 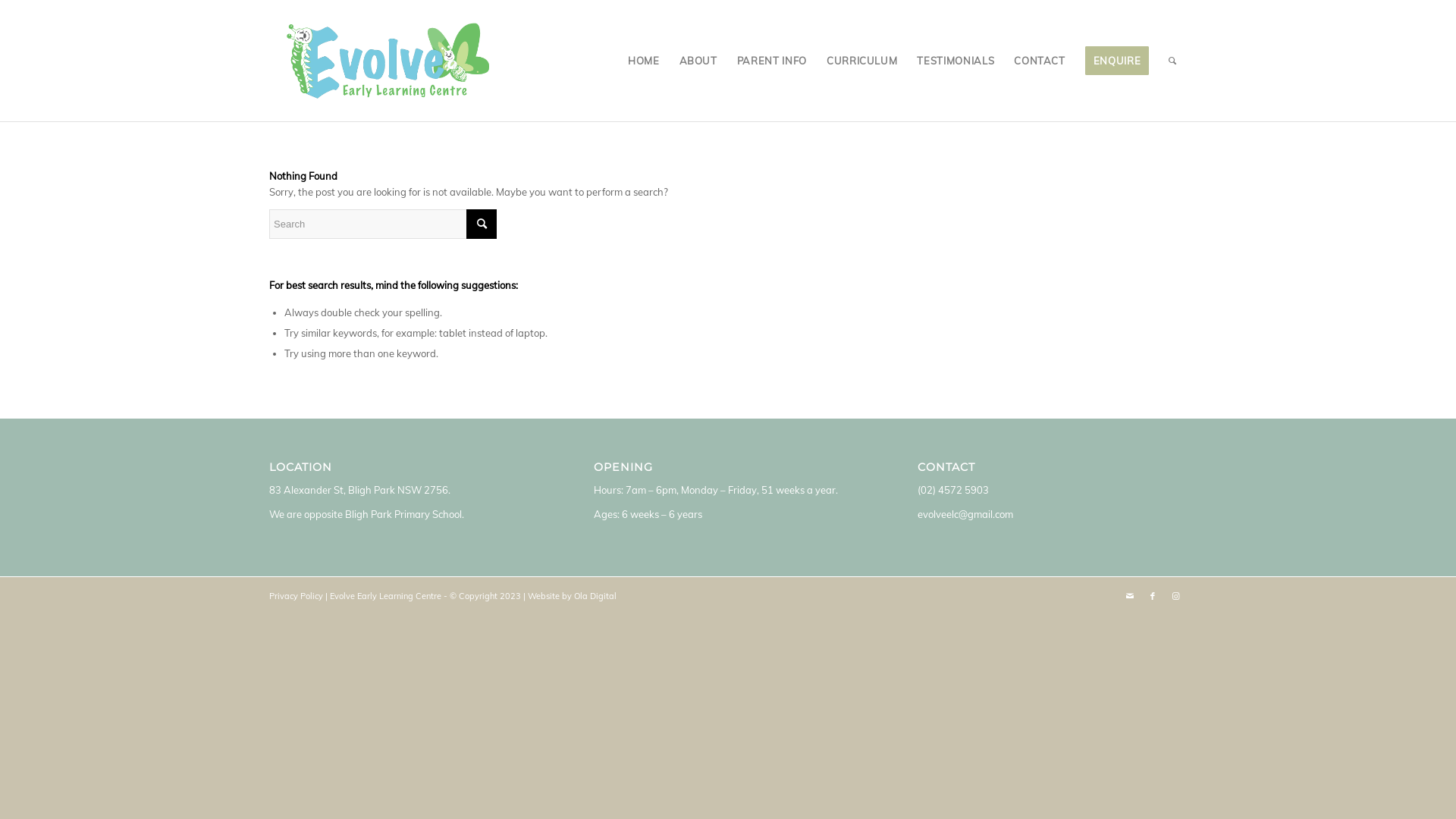 I want to click on 'ABOUT', so click(x=697, y=60).